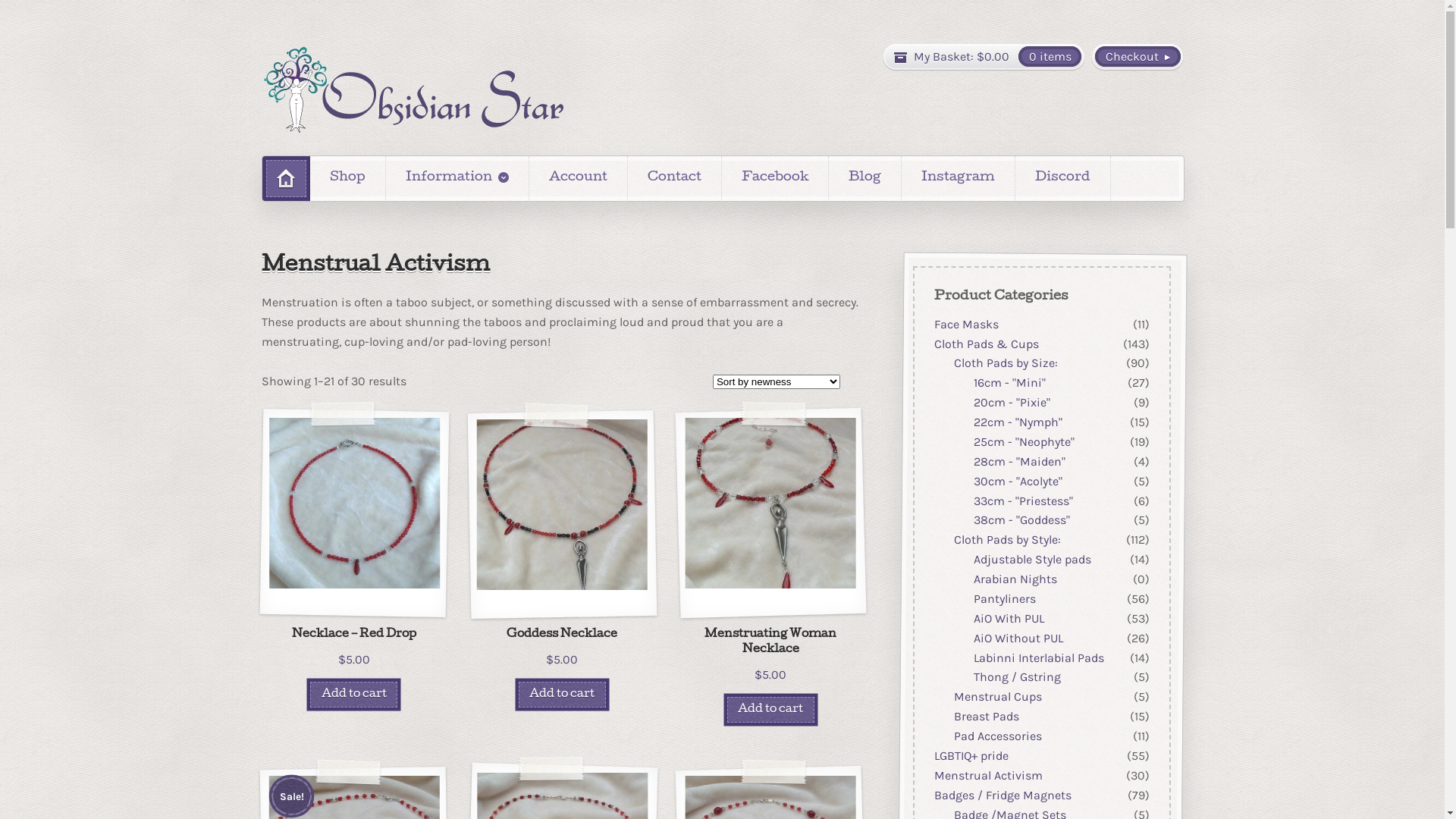 This screenshot has width=1456, height=819. I want to click on '25cm - "Neophyte"', so click(1023, 441).